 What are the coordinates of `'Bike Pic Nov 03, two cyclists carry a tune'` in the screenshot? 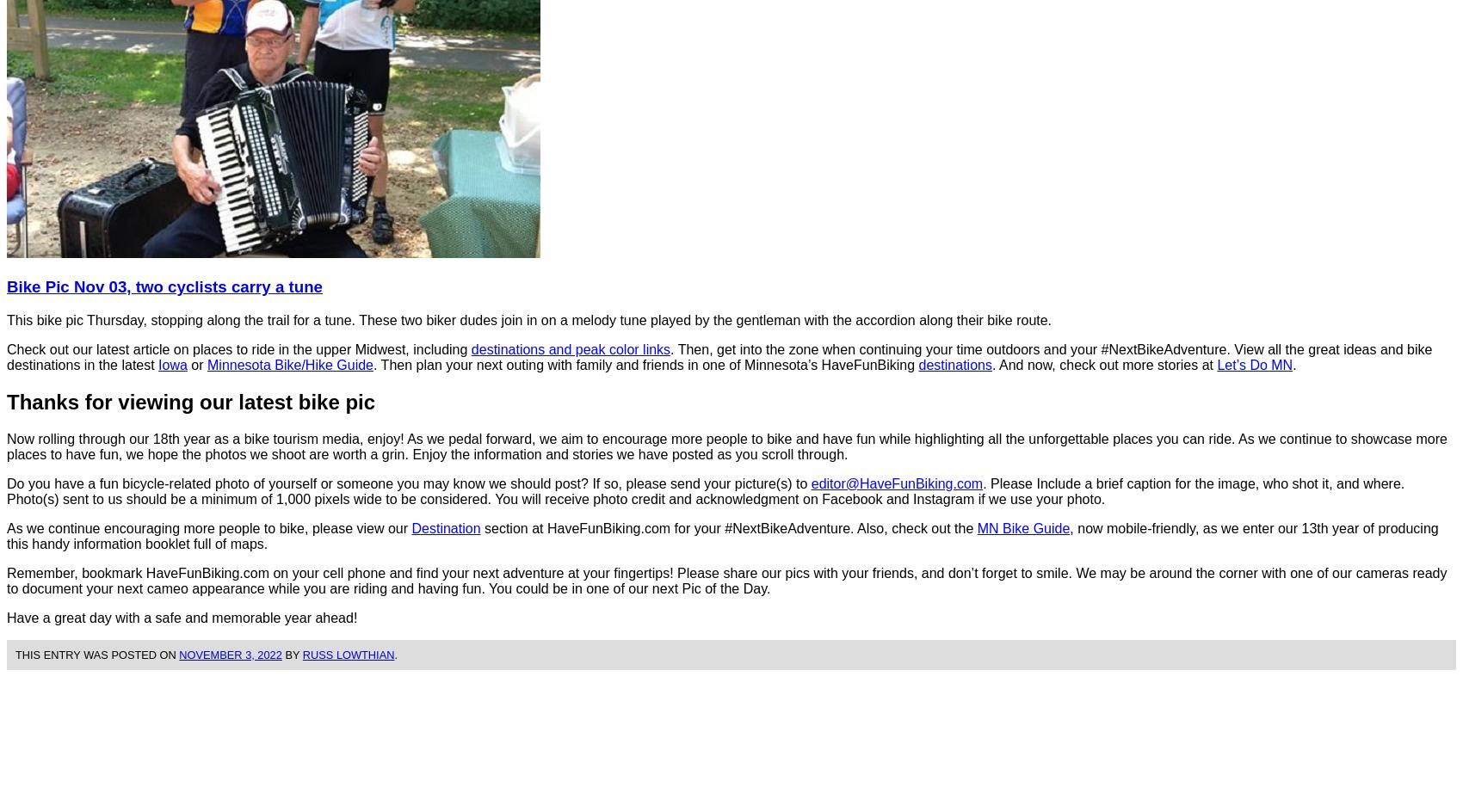 It's located at (164, 286).